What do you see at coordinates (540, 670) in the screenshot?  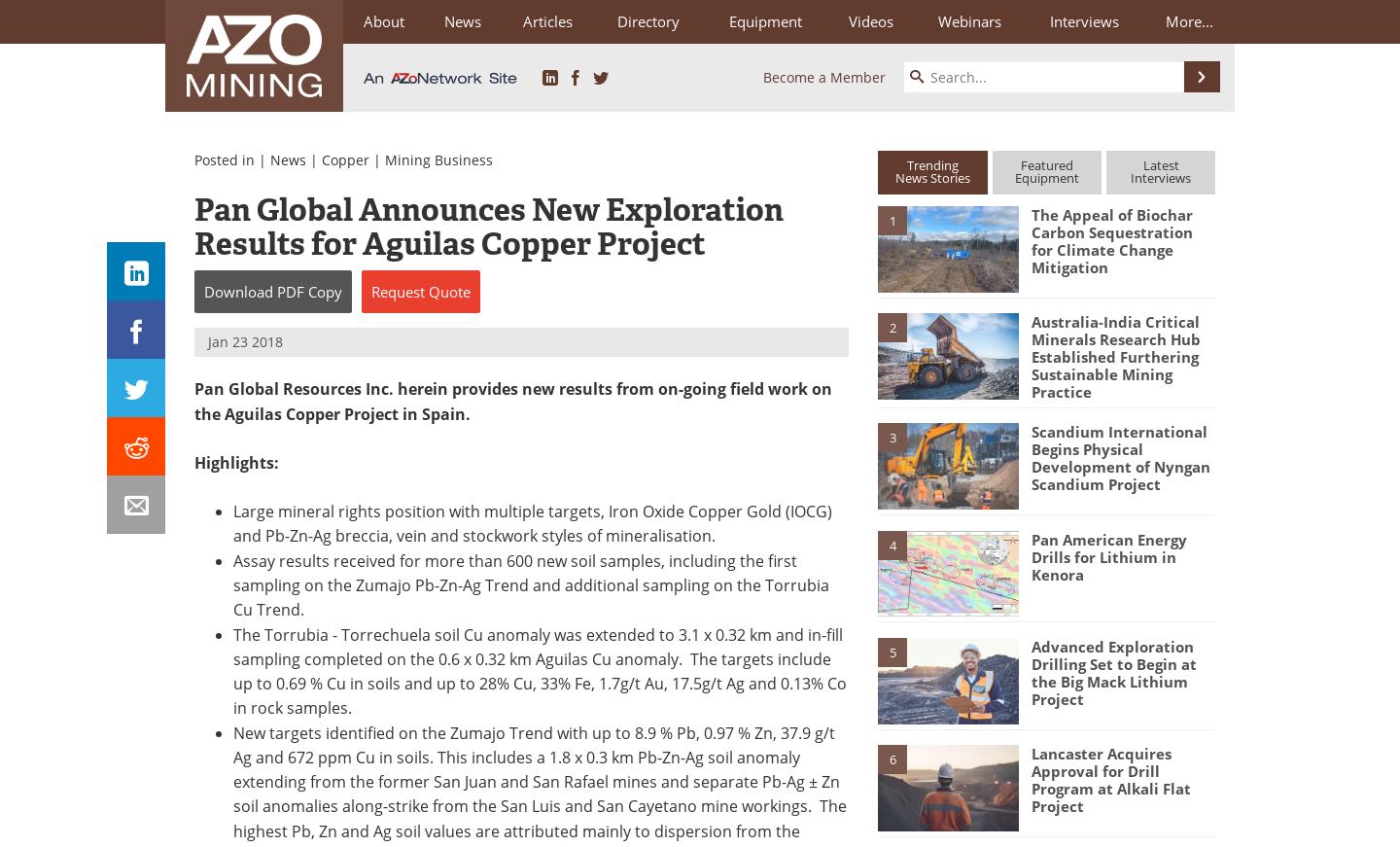 I see `'The Torrubia - Torrechuela soil Cu anomaly was extended to 3.1 x 0.32 km and in-fill sampling completed on the 0.6 x 0.32 km Aguilas Cu anomaly.  The targets include up to 0.69 % Cu in soils and up to 28% Cu, 33% Fe, 1.7g/t Au, 17.5g/t Ag and 0.13% Co in rock samples.'` at bounding box center [540, 670].